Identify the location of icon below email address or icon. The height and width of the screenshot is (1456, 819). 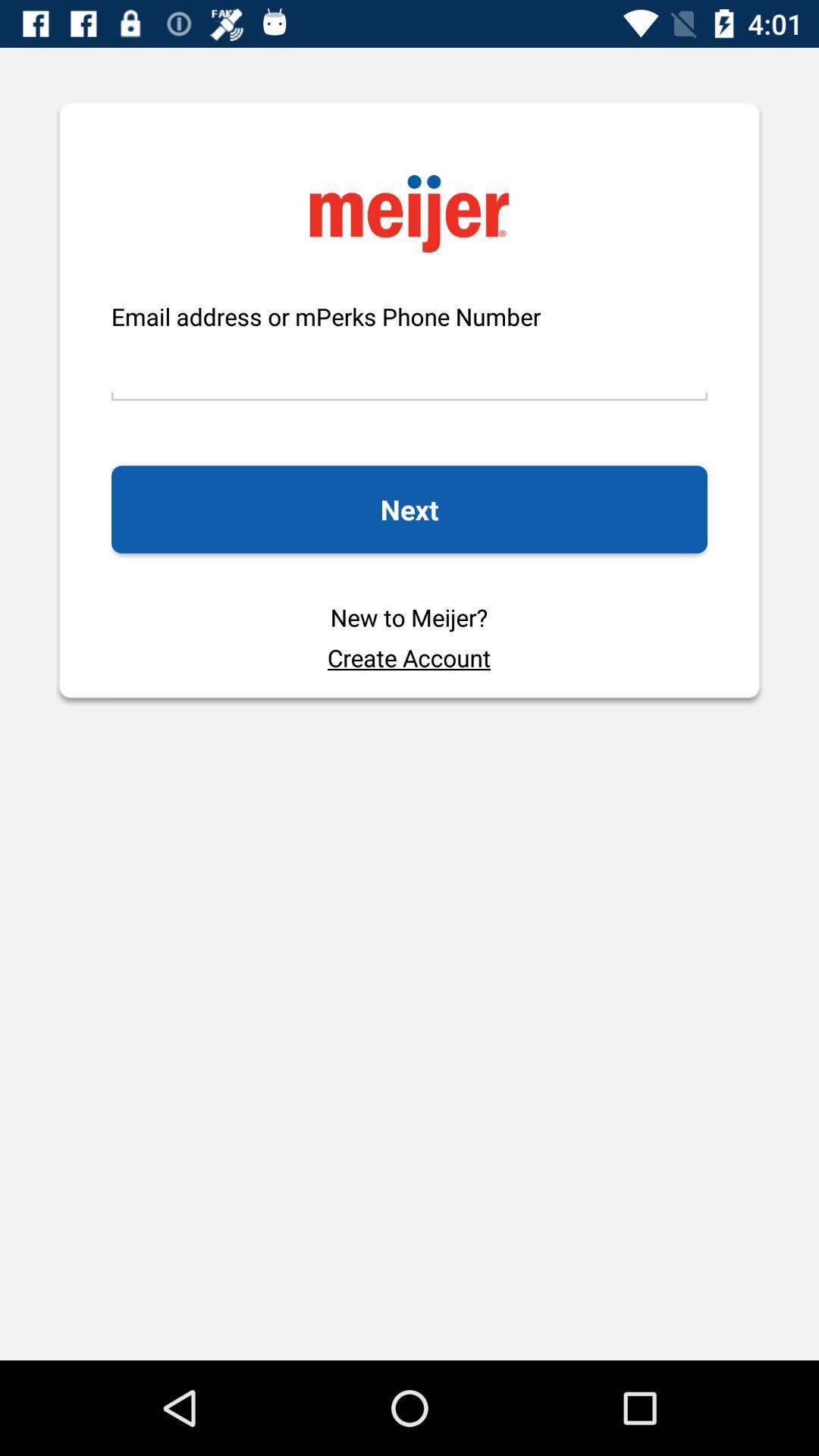
(409, 367).